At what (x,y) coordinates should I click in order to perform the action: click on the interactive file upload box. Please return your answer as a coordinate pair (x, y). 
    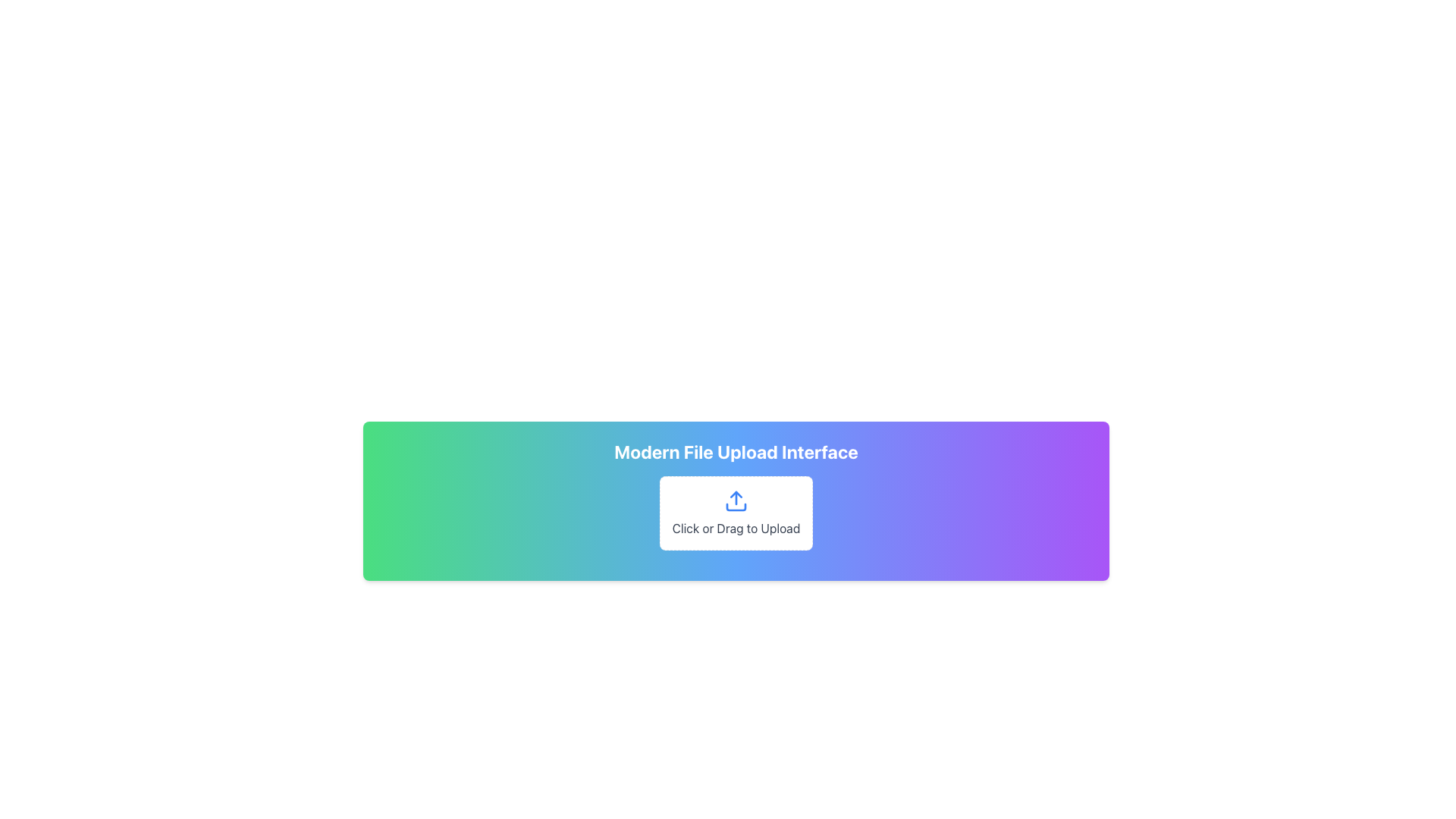
    Looking at the image, I should click on (736, 513).